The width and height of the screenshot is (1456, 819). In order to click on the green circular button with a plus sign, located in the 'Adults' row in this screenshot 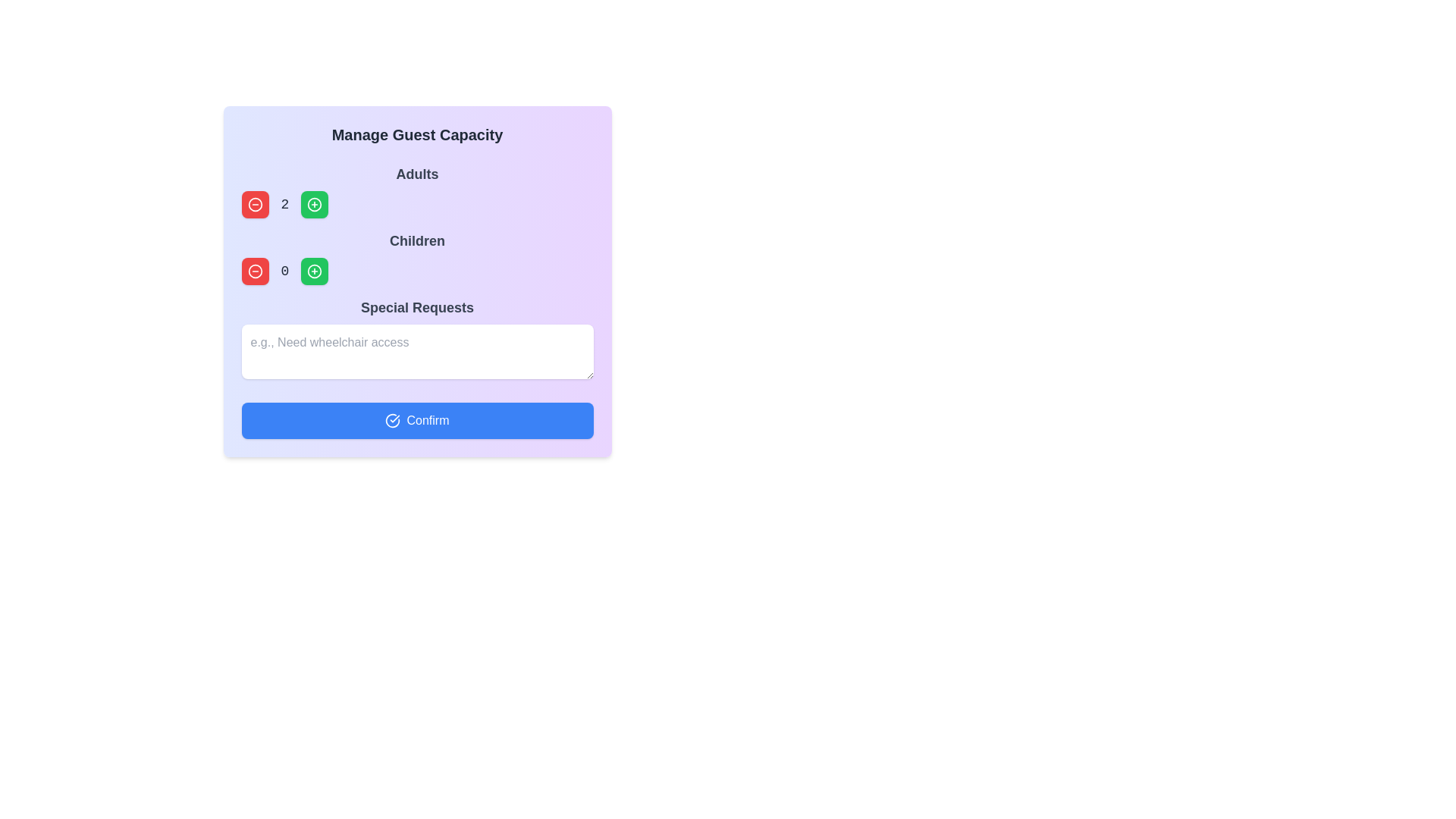, I will do `click(314, 205)`.